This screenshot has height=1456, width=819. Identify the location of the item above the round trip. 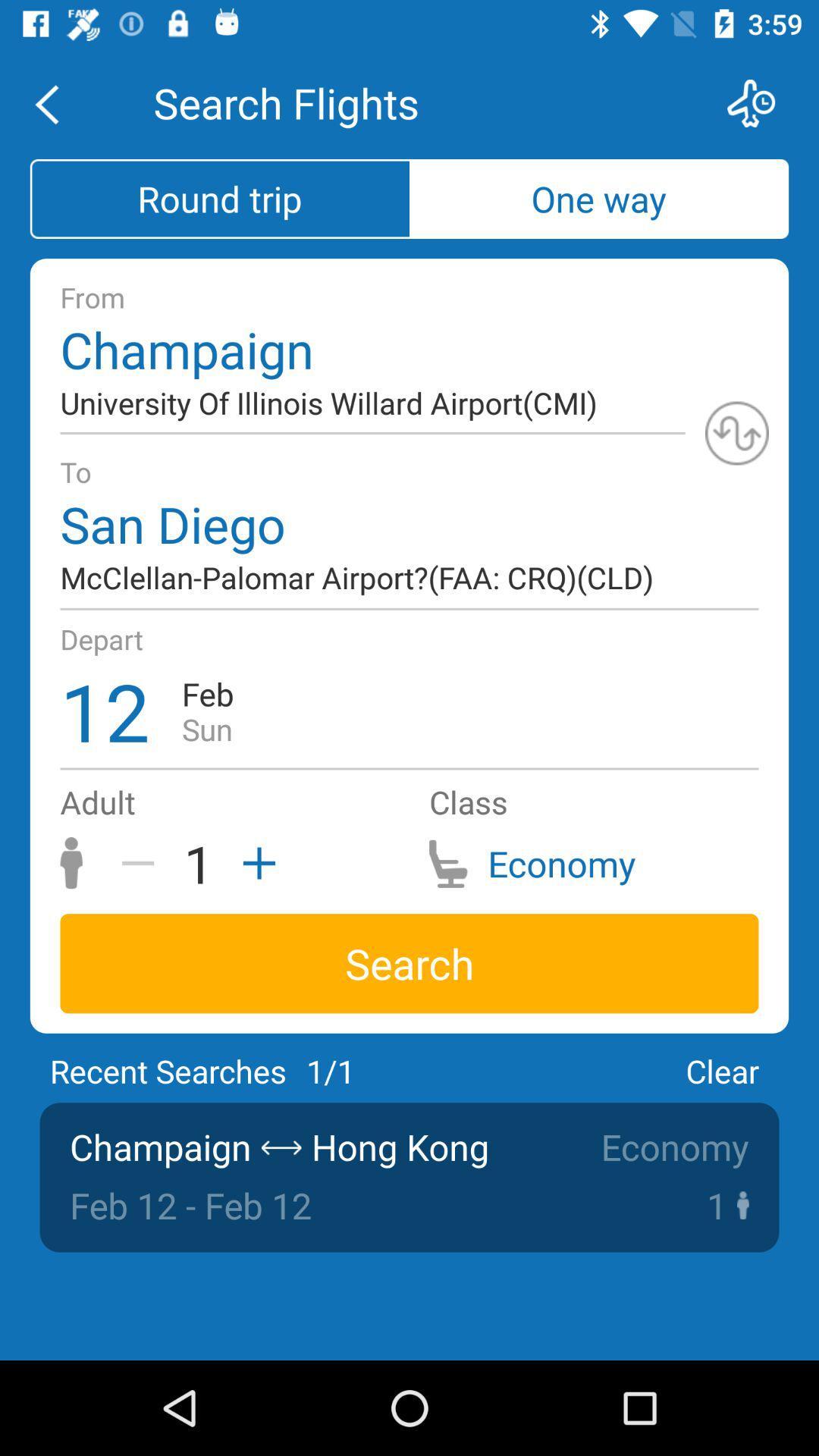
(55, 102).